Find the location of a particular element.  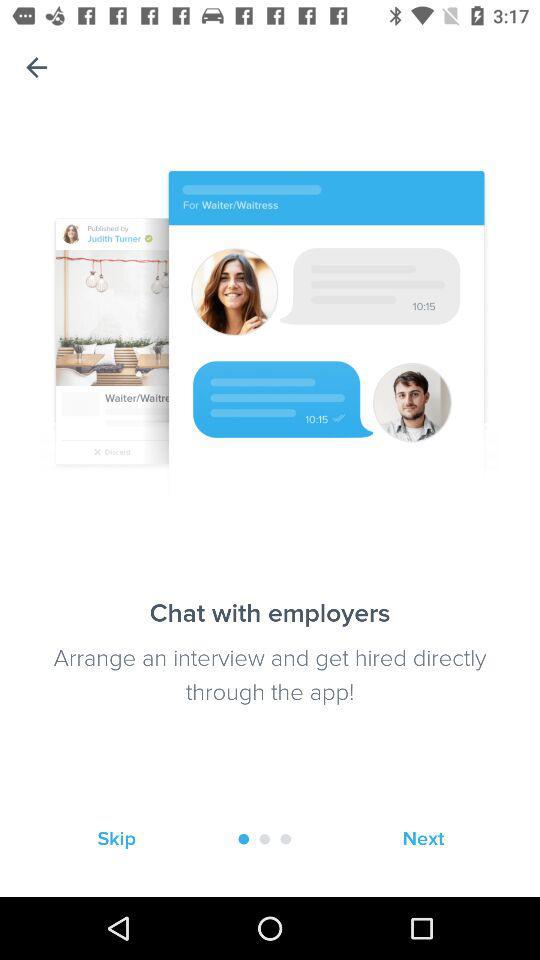

the icon below the arrange an interview is located at coordinates (422, 839).